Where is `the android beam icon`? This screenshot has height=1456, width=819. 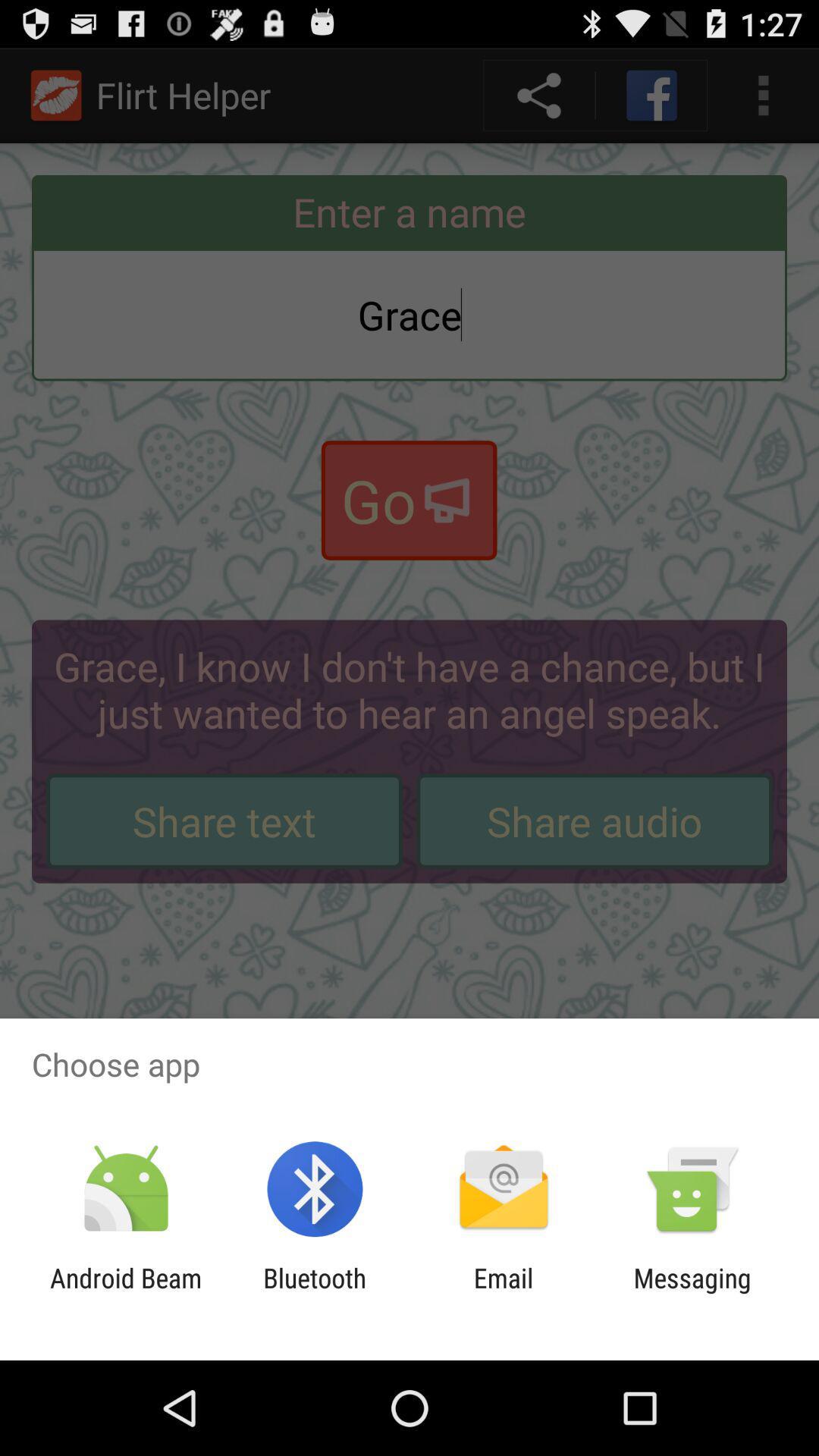 the android beam icon is located at coordinates (125, 1293).